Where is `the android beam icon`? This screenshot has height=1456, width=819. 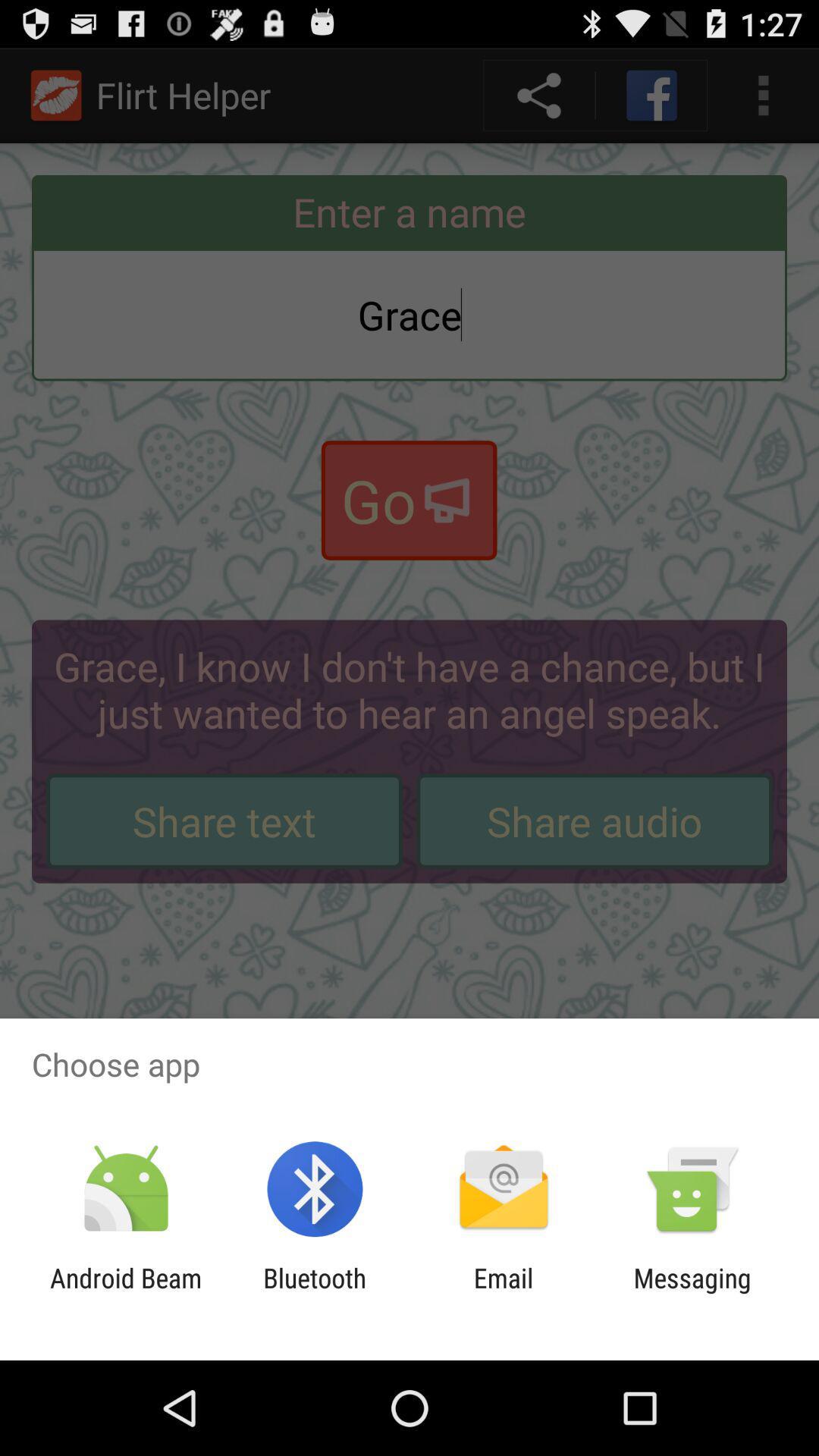 the android beam icon is located at coordinates (125, 1293).